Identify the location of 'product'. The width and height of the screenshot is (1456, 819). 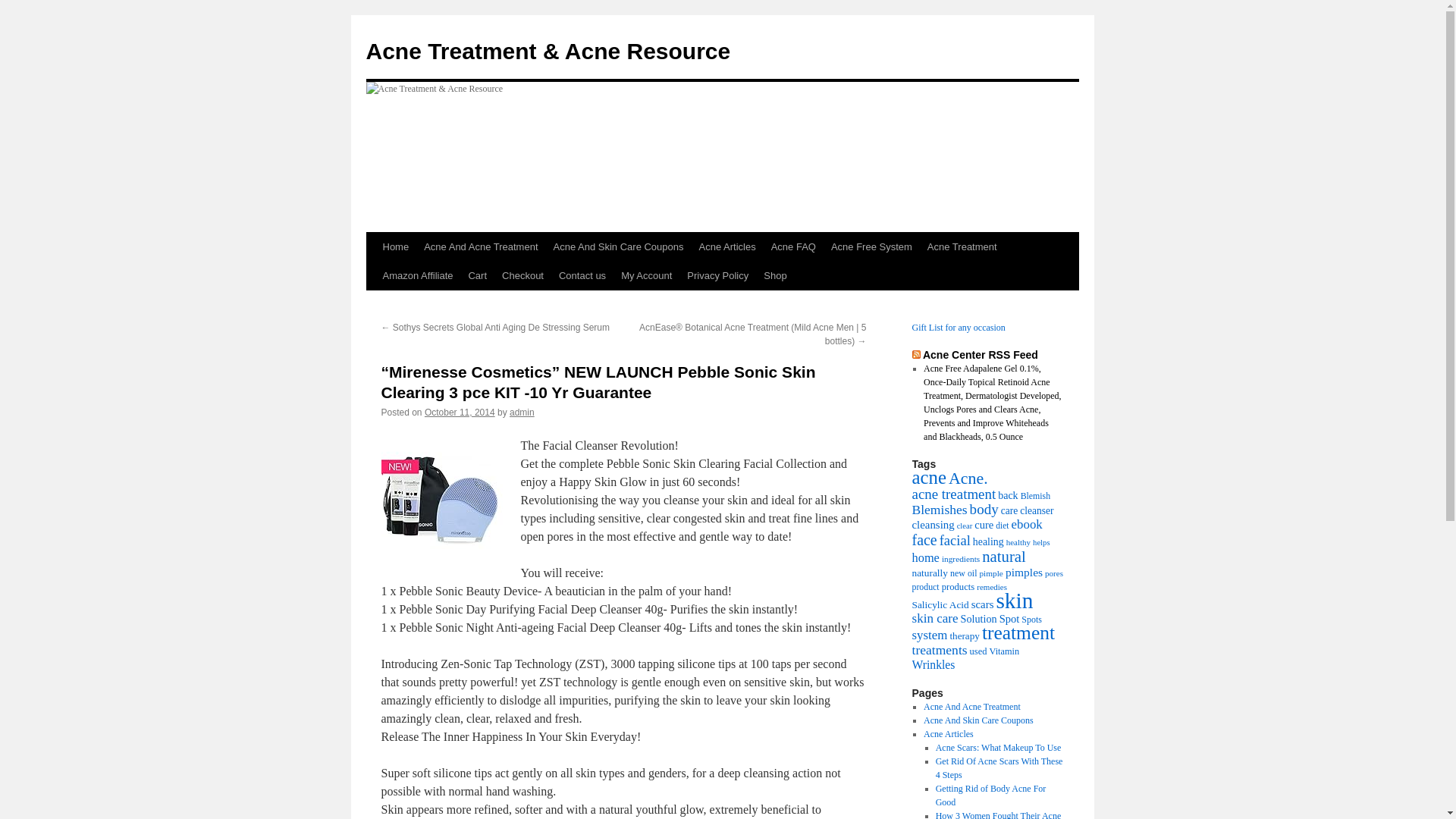
(924, 586).